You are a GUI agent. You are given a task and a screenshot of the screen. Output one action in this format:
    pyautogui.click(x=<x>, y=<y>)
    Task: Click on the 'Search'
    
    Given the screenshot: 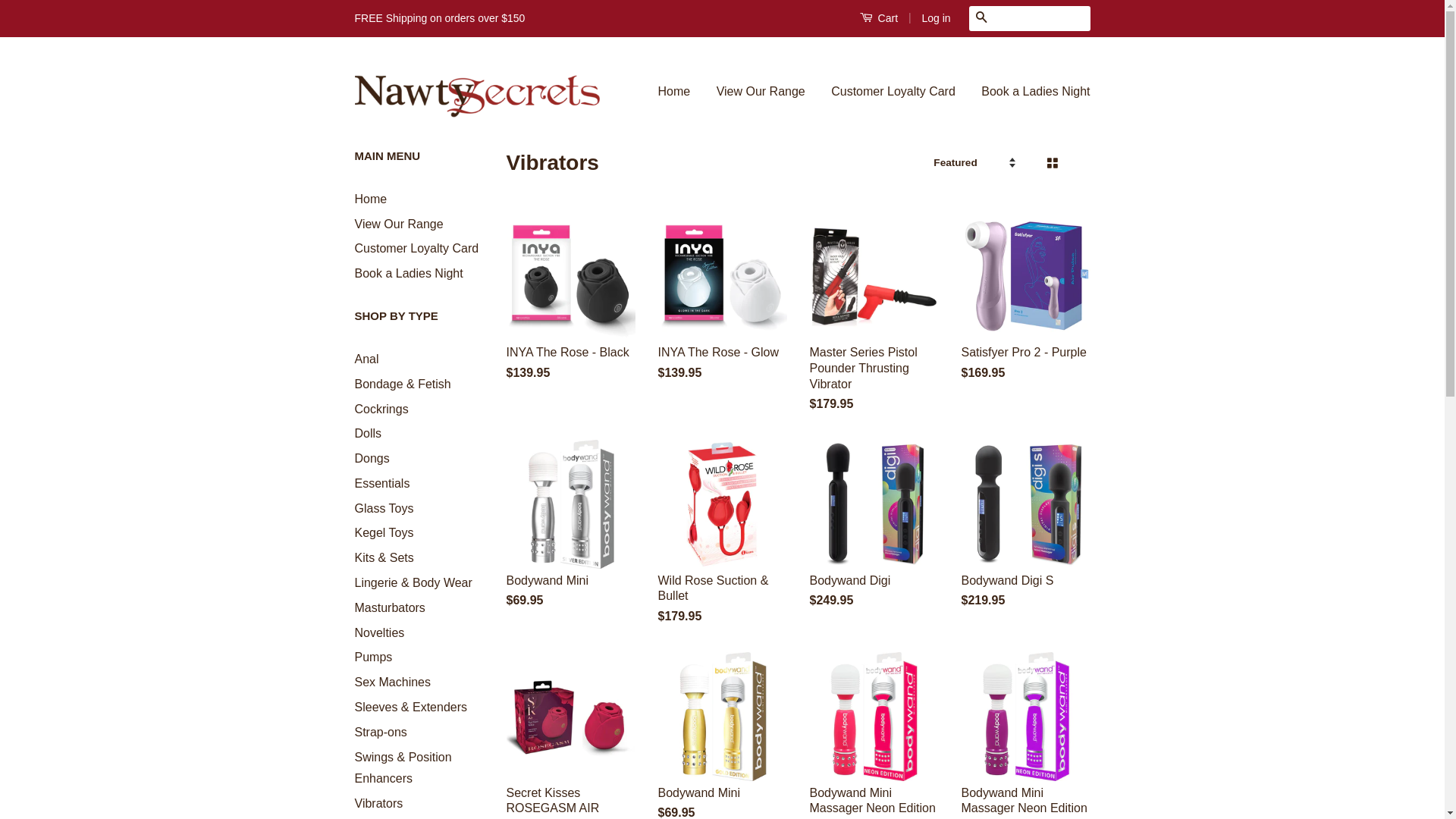 What is the action you would take?
    pyautogui.click(x=981, y=18)
    